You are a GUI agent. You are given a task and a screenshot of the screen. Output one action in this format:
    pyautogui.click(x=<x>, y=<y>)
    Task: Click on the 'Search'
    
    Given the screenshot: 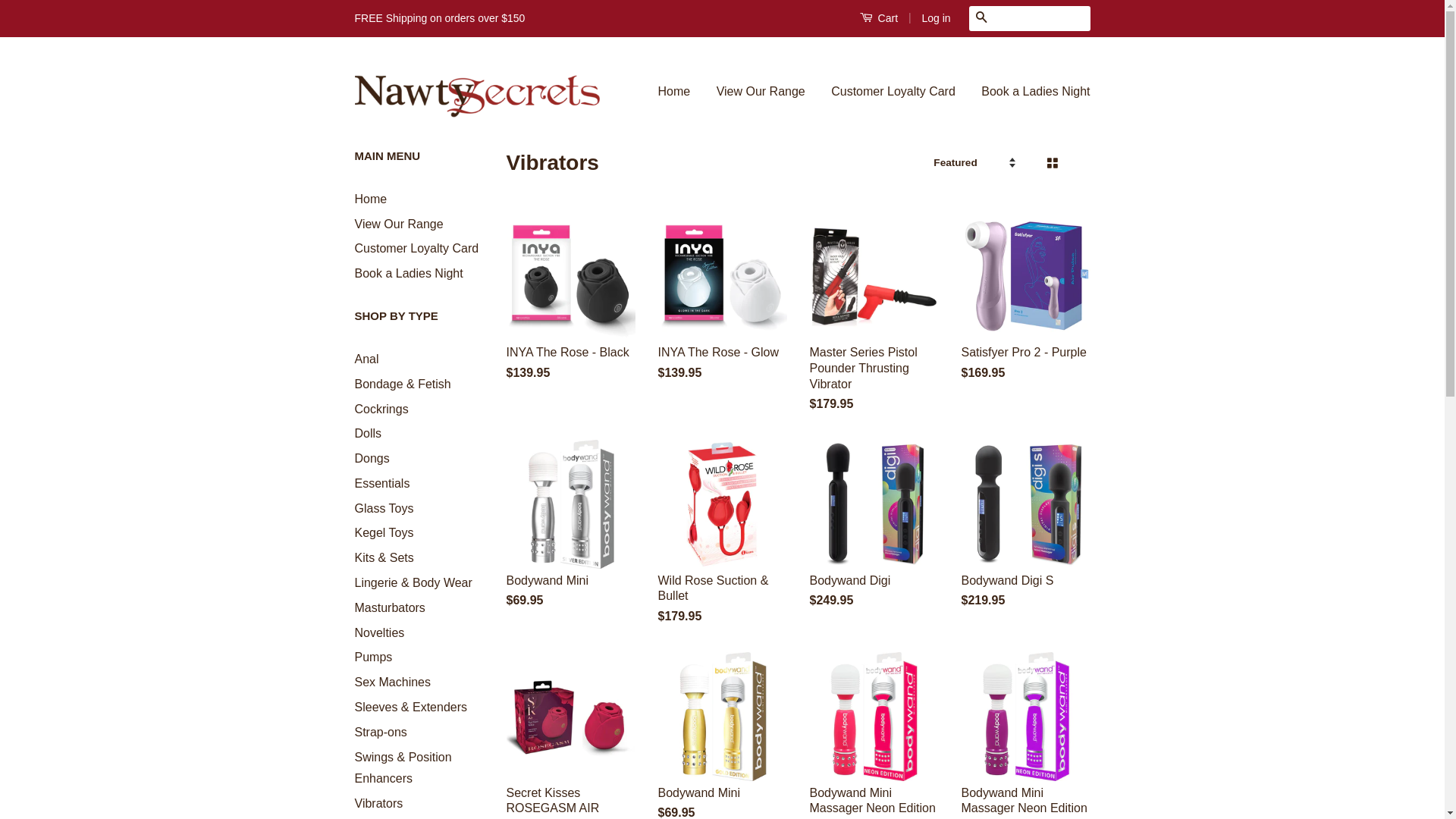 What is the action you would take?
    pyautogui.click(x=981, y=18)
    